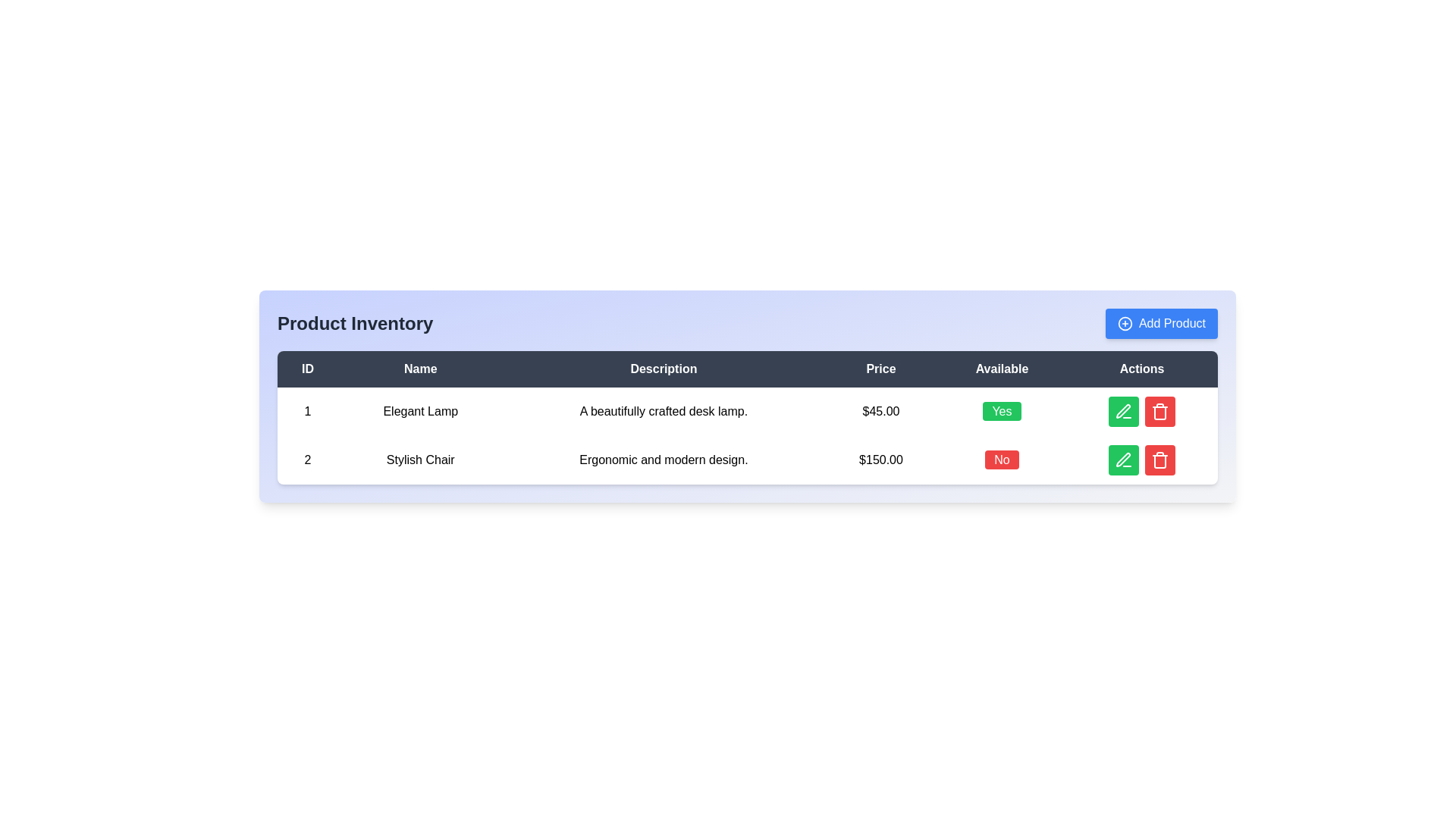  Describe the element at coordinates (664, 459) in the screenshot. I see `the text element displaying 'Ergonomic and modern design.' in the description column of the second row of the table, associated with the product 'Stylish Chair'` at that location.